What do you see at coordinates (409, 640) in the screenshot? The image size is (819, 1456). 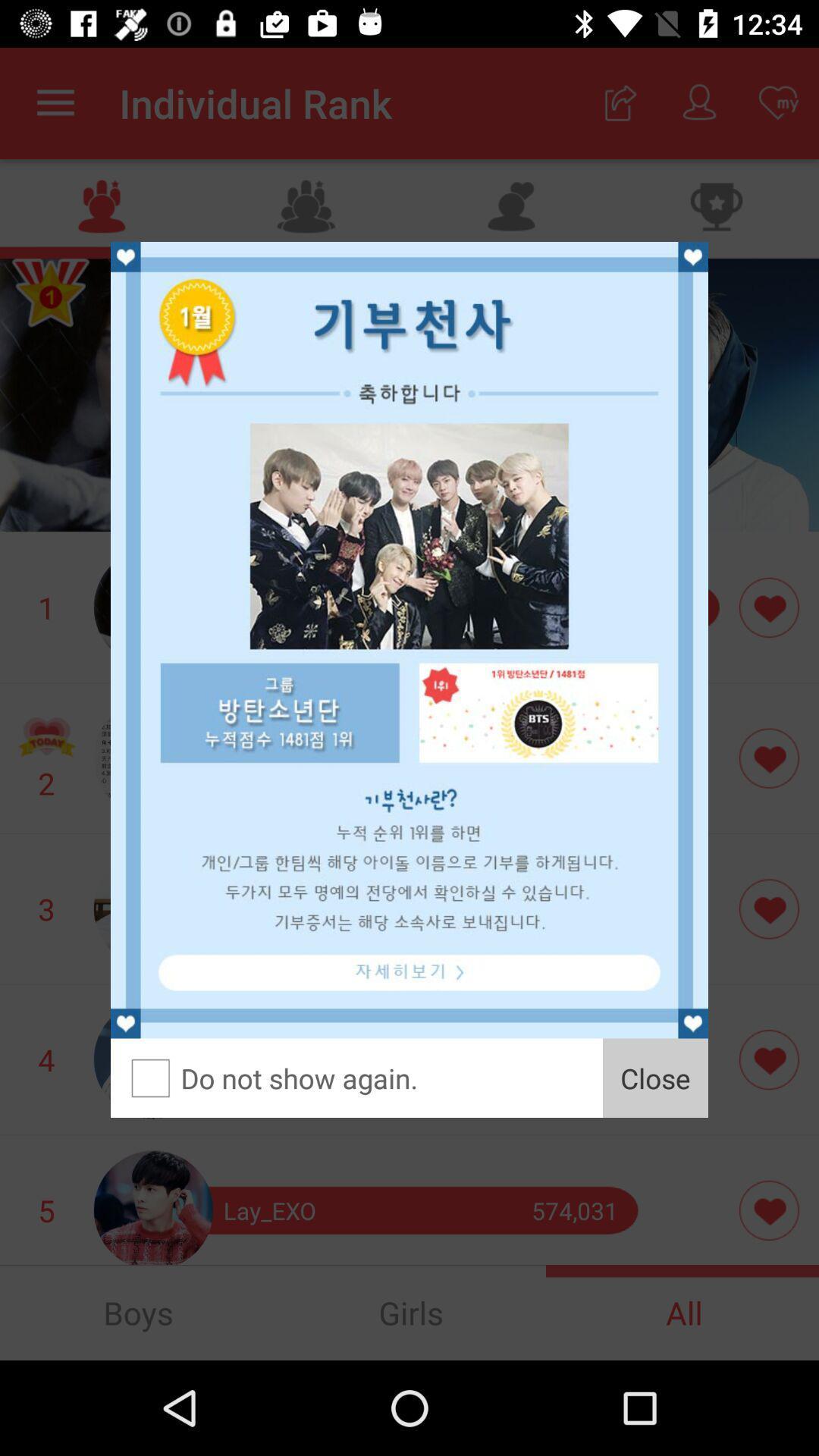 I see `for advertisement` at bounding box center [409, 640].